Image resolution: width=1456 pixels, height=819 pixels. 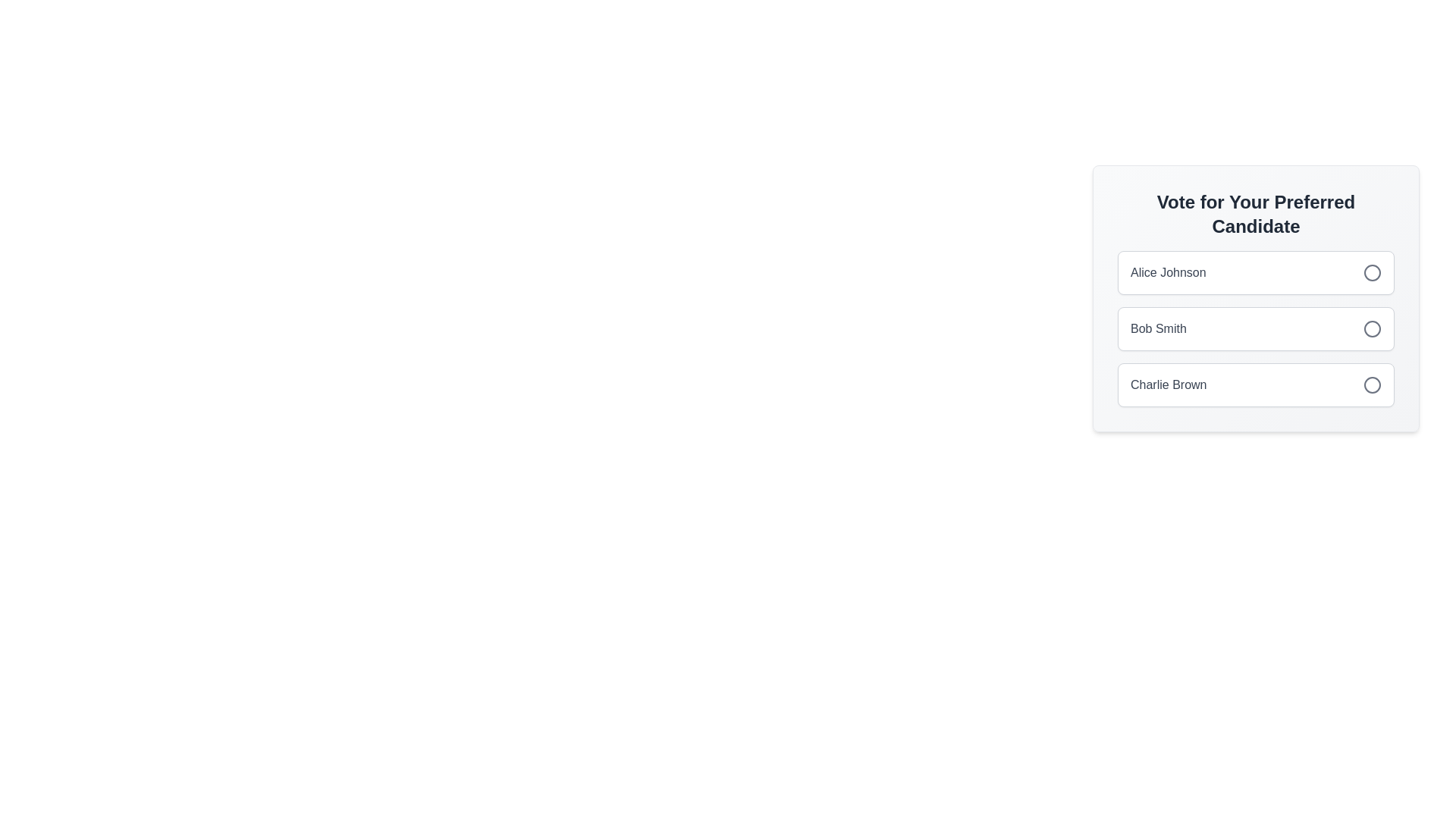 I want to click on the Selectable Option Card labeled 'Bob Smith', so click(x=1256, y=328).